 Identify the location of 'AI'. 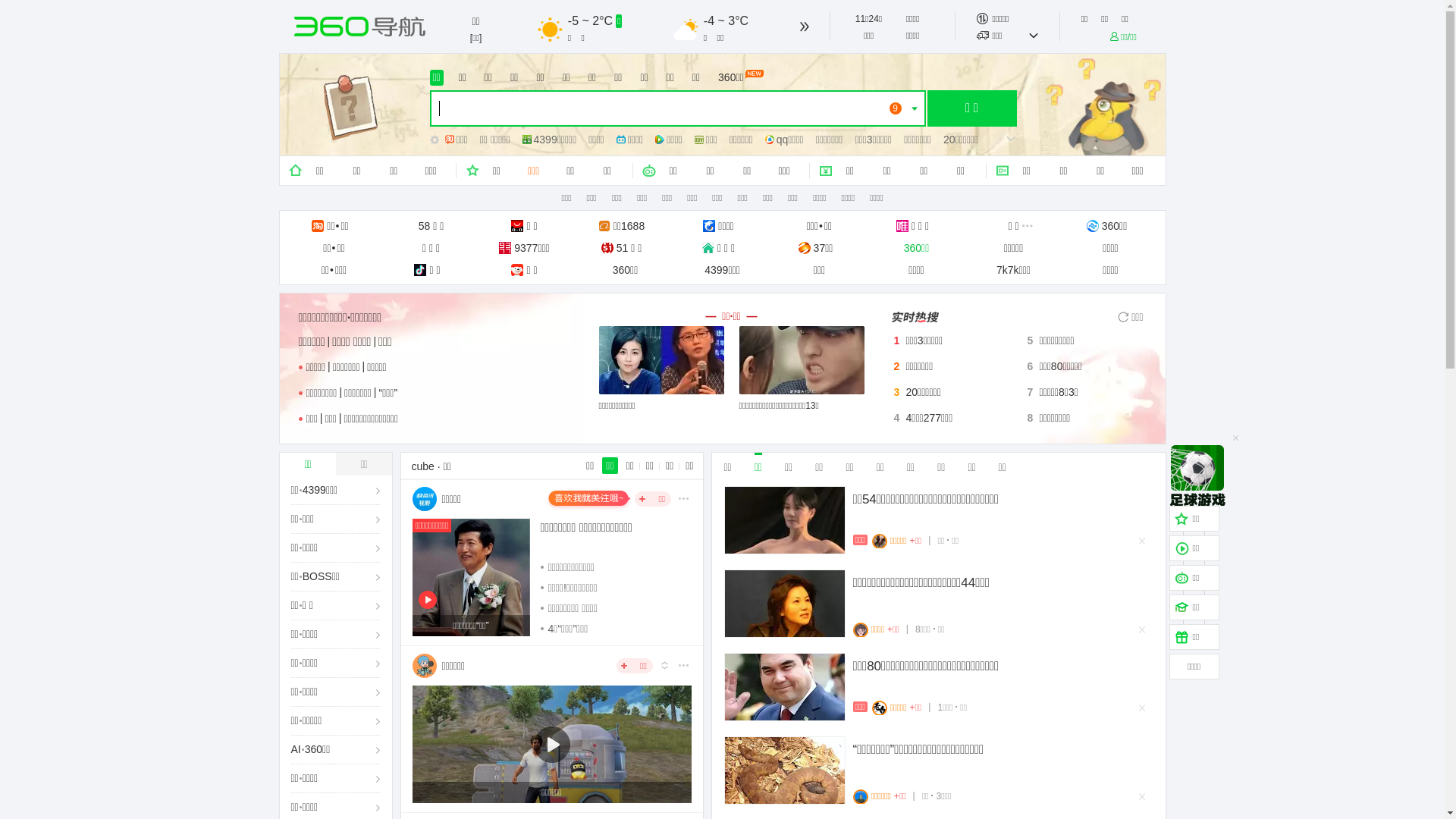
(291, 748).